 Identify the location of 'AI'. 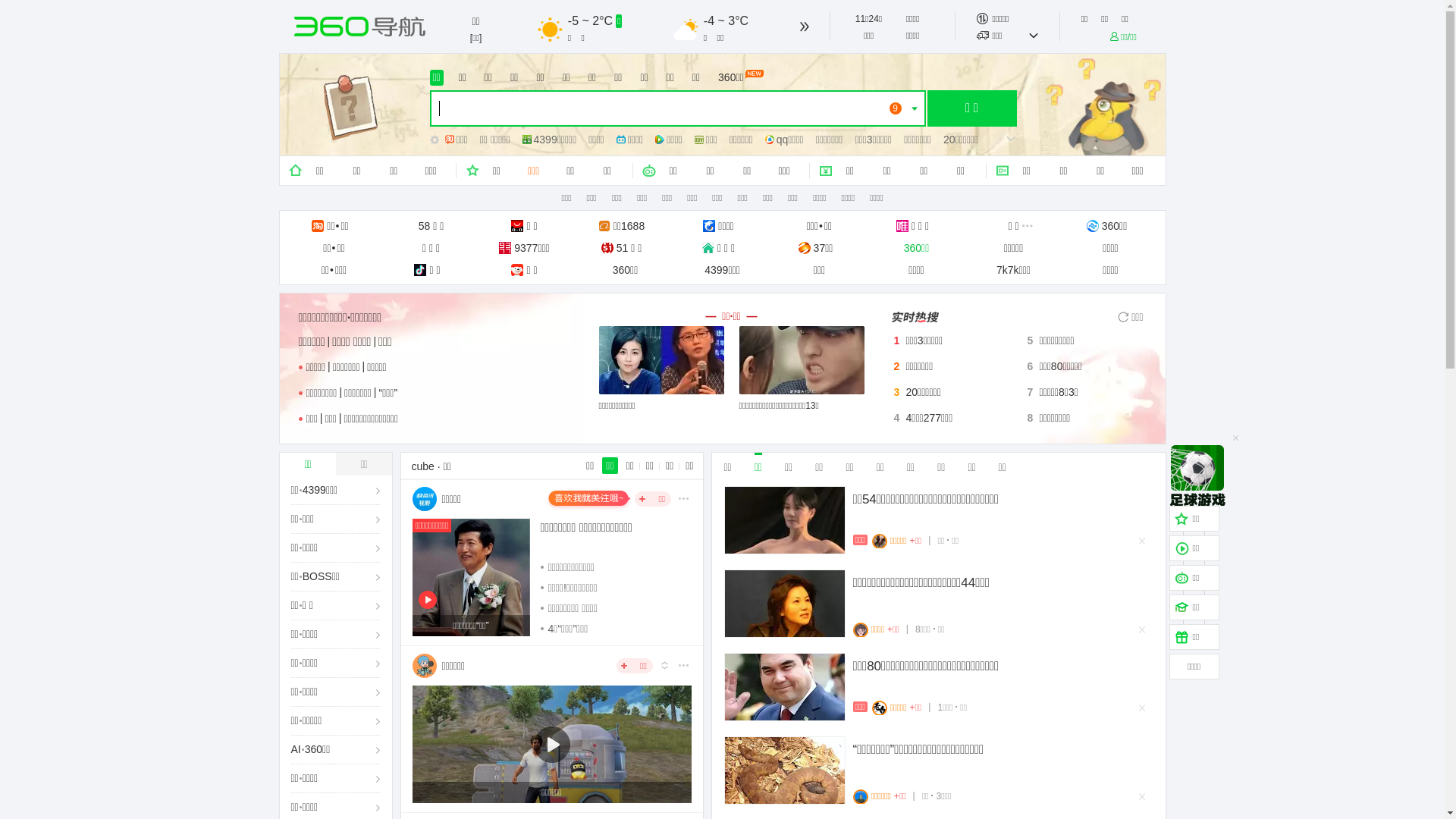
(291, 748).